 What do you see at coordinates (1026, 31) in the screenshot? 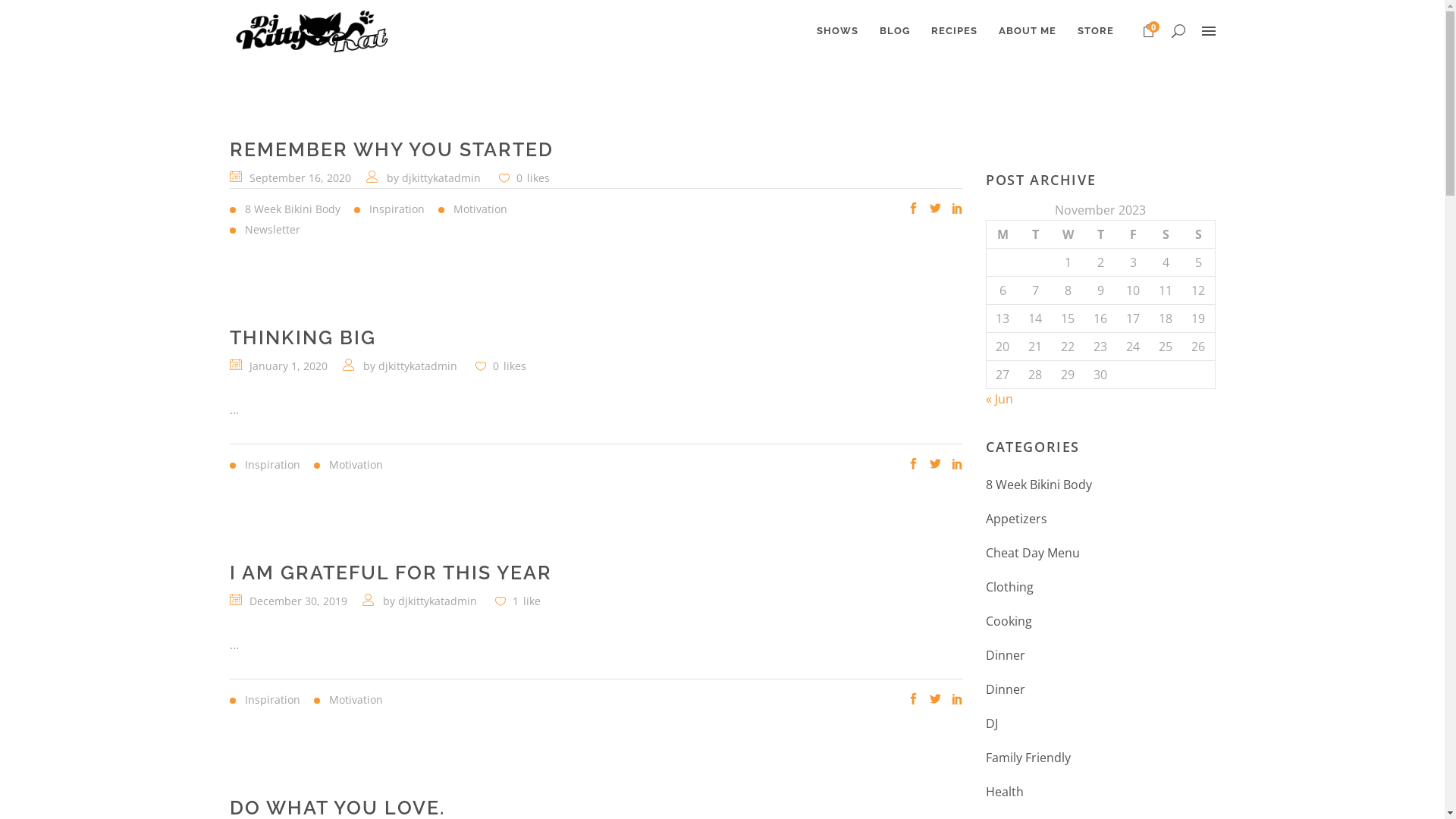
I see `'ABOUT ME'` at bounding box center [1026, 31].